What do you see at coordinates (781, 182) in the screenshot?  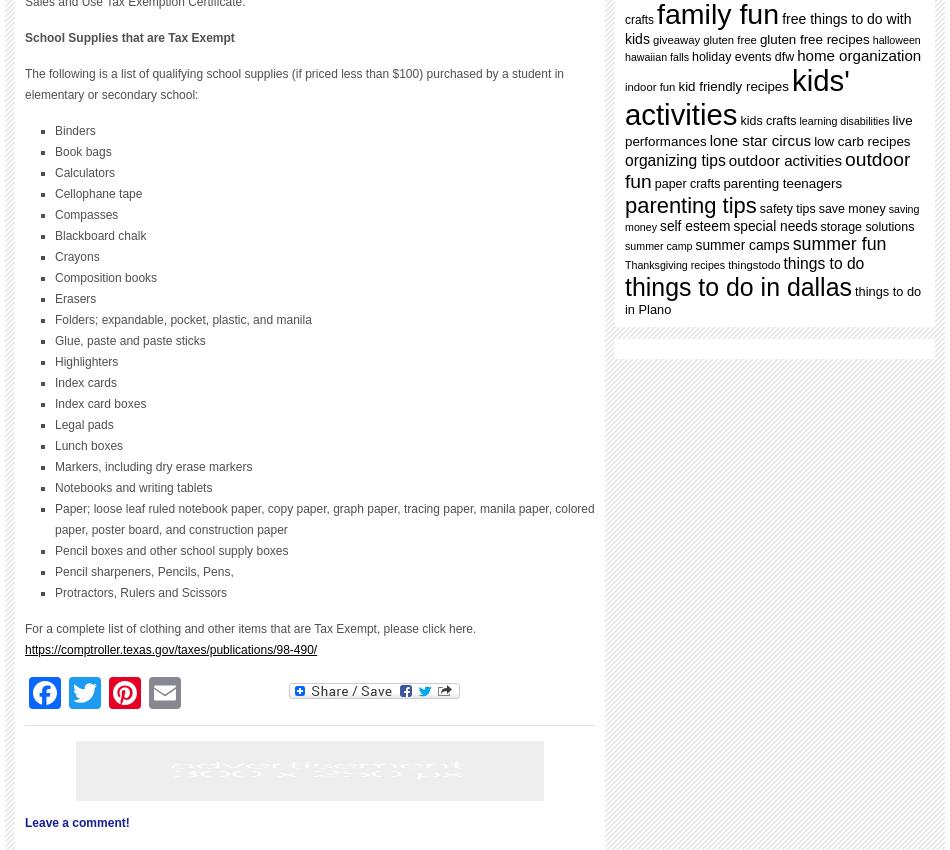 I see `'parenting teenagers'` at bounding box center [781, 182].